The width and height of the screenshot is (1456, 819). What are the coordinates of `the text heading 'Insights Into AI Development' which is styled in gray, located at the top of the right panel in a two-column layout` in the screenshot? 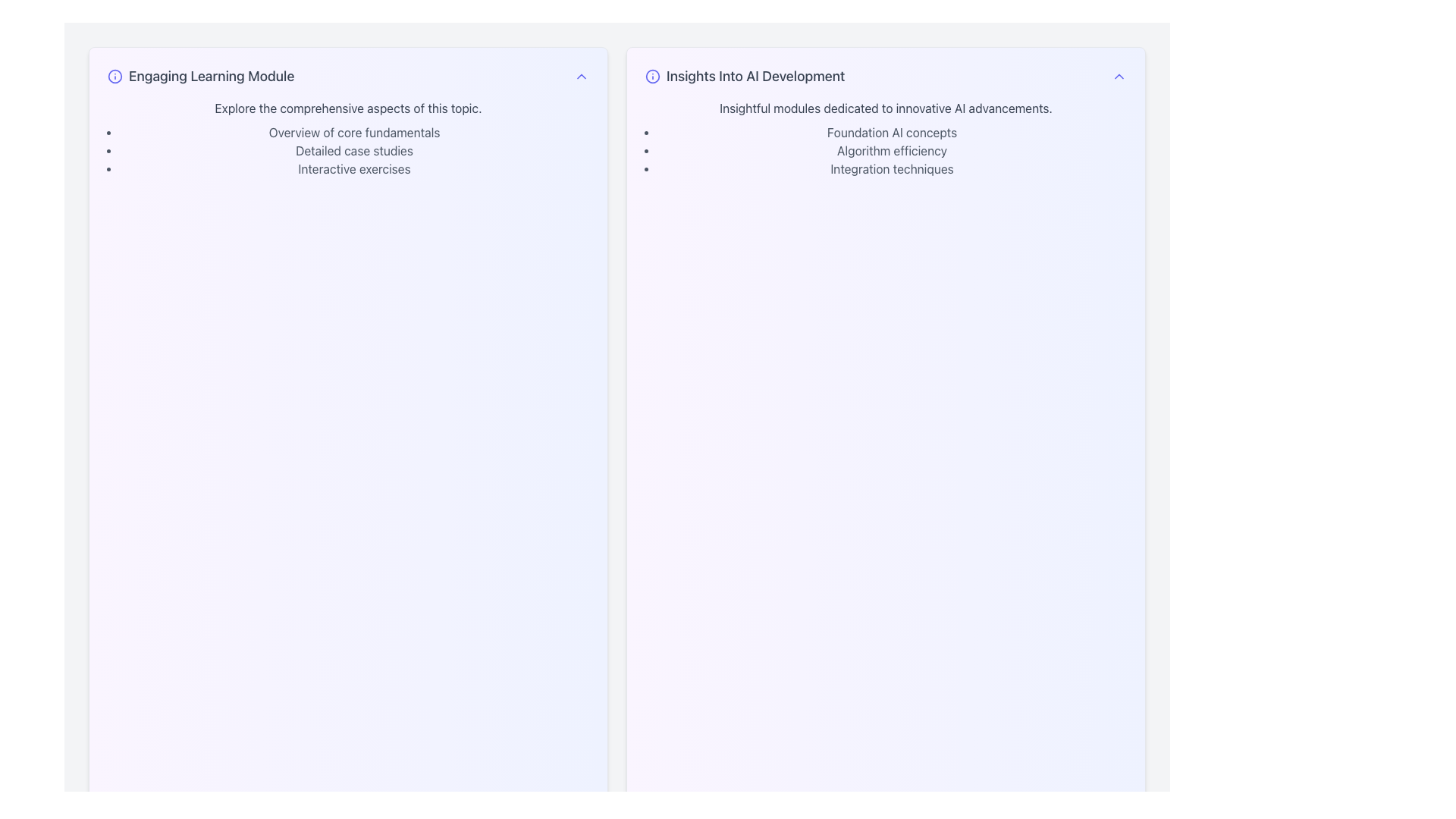 It's located at (745, 76).